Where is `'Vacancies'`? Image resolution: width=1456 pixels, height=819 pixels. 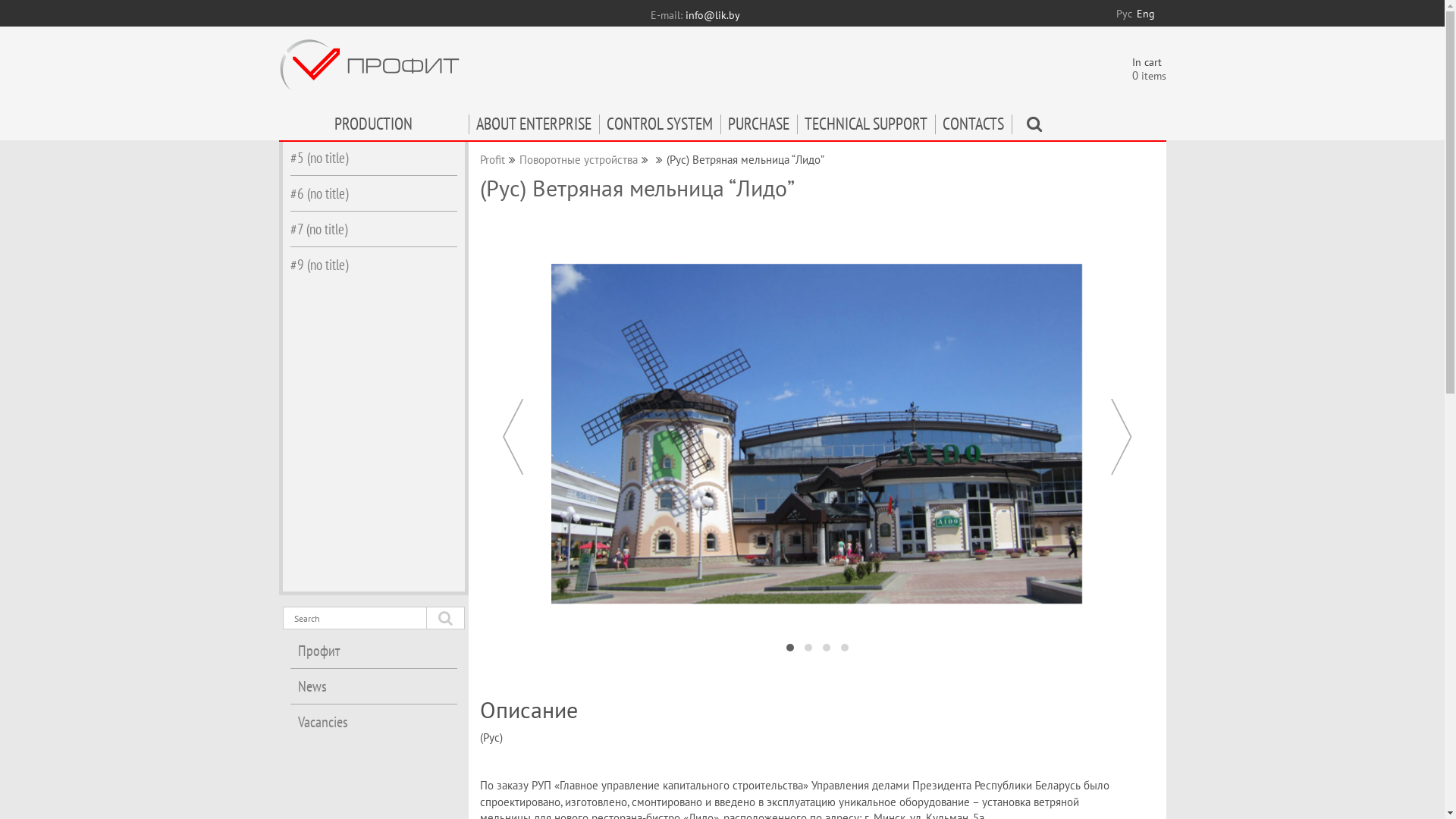 'Vacancies' is located at coordinates (372, 721).